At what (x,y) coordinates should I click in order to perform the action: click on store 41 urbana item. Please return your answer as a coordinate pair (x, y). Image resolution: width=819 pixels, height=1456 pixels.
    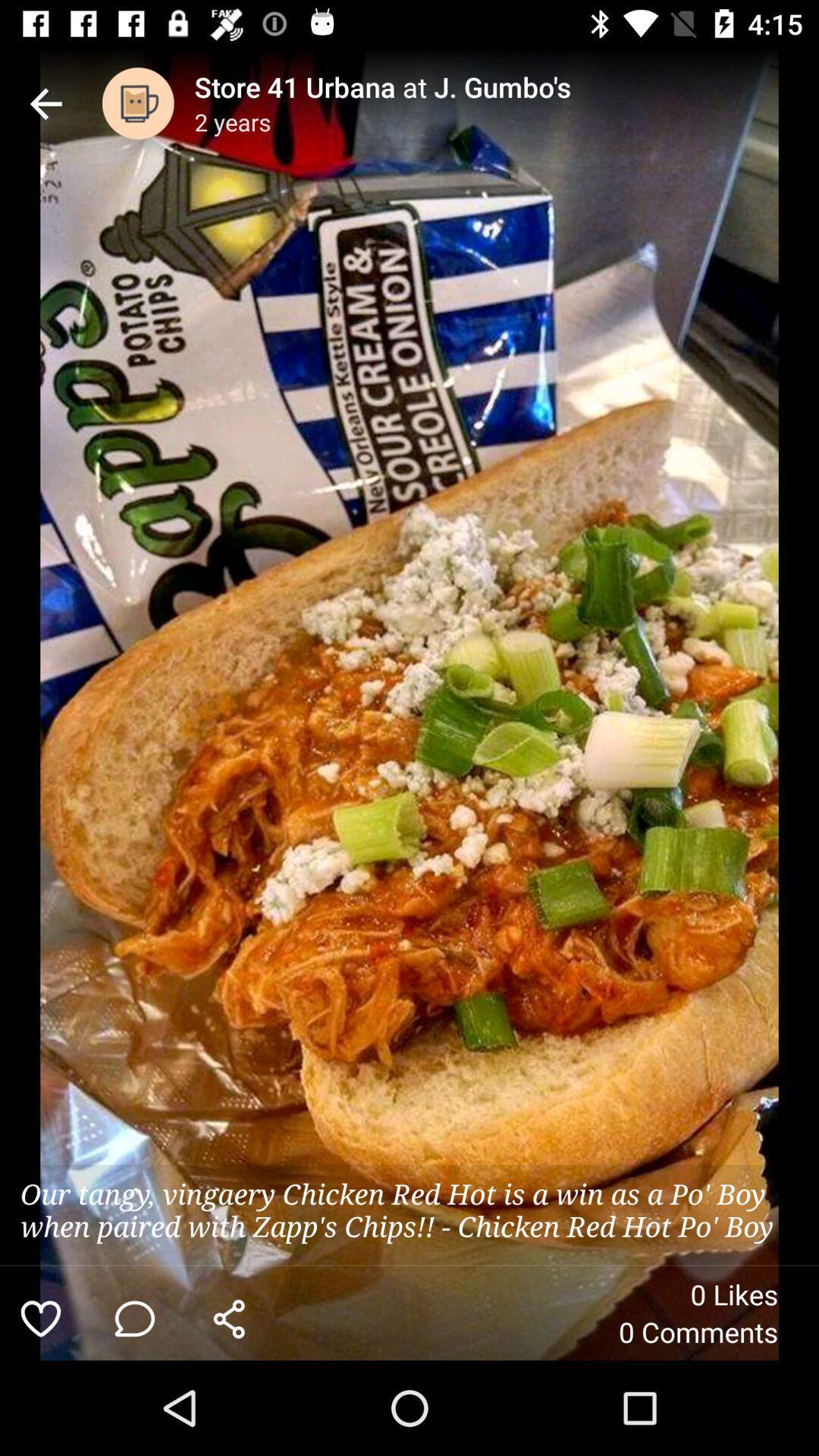
    Looking at the image, I should click on (507, 86).